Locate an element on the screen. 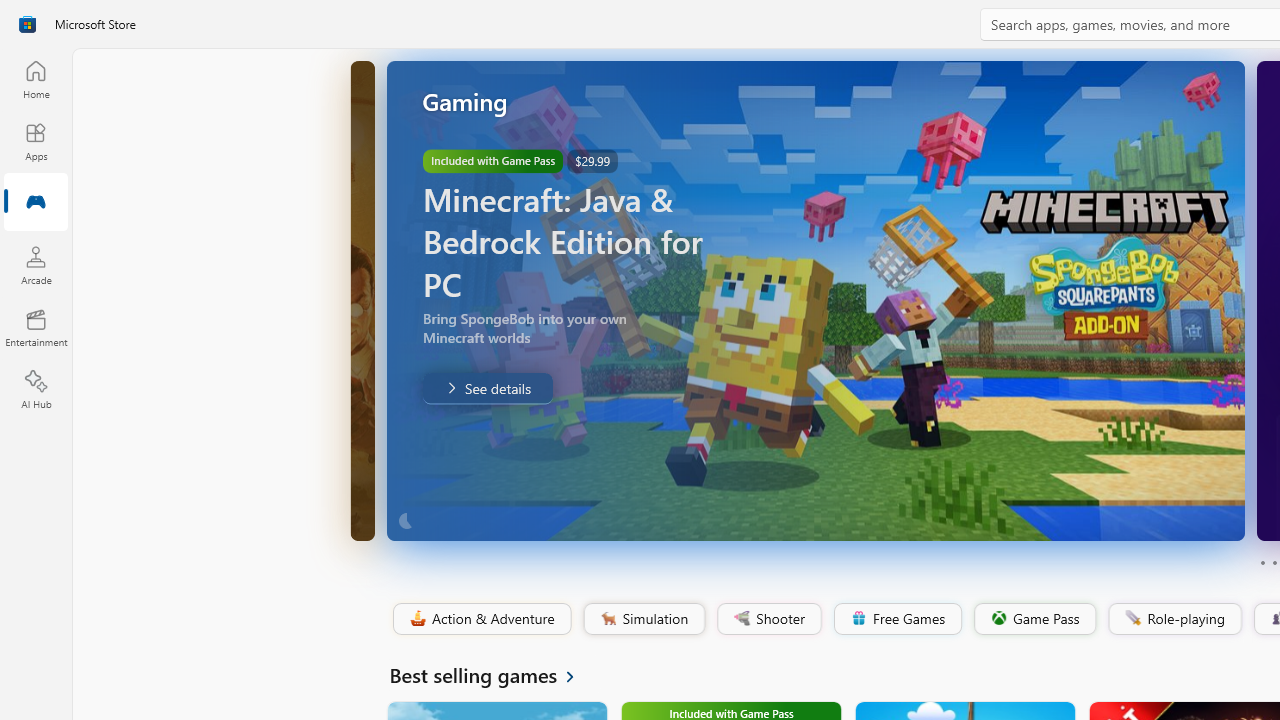  'Arcade' is located at coordinates (35, 264).